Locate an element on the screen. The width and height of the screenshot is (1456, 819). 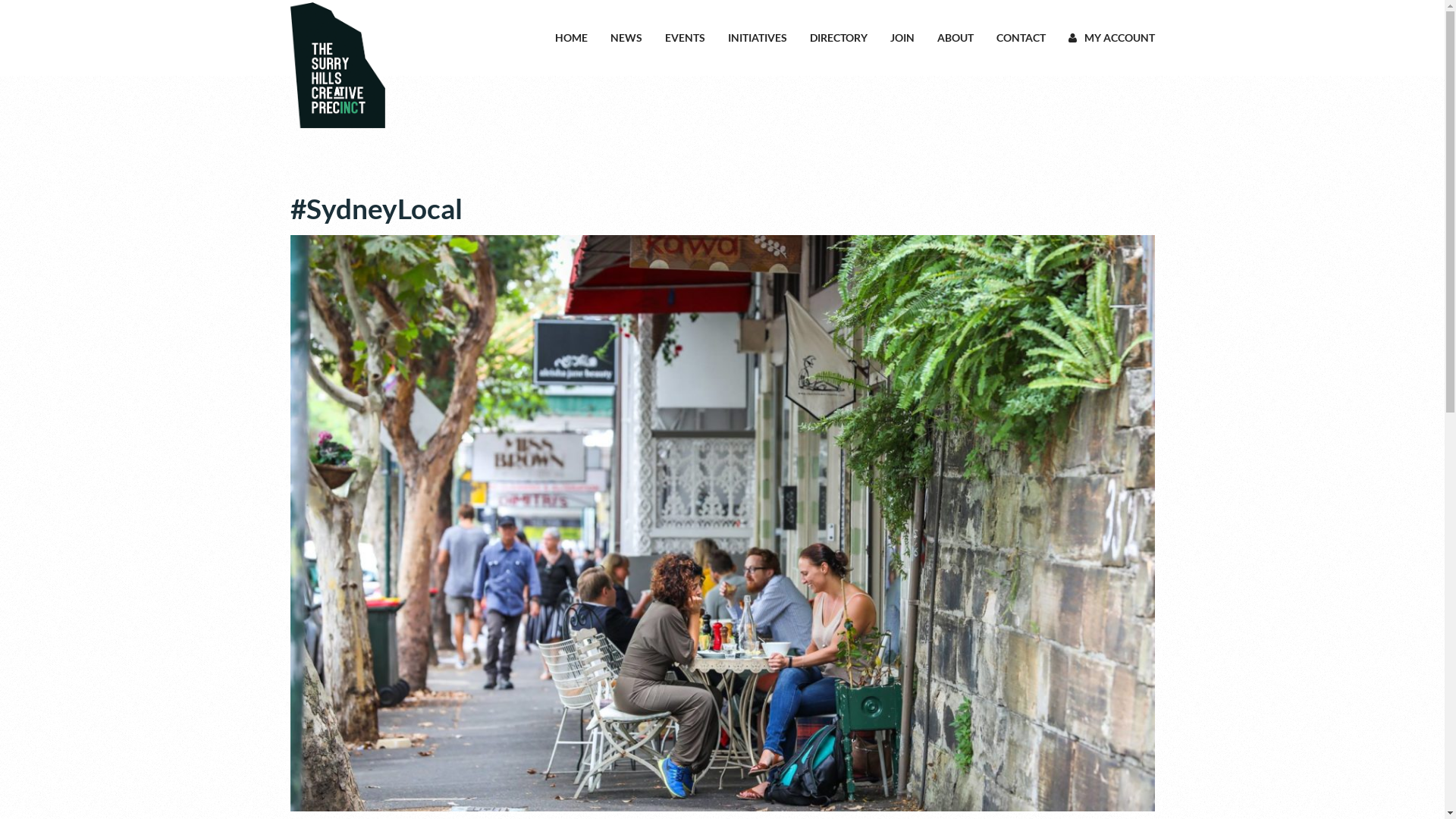
'DIRECTORY' is located at coordinates (837, 37).